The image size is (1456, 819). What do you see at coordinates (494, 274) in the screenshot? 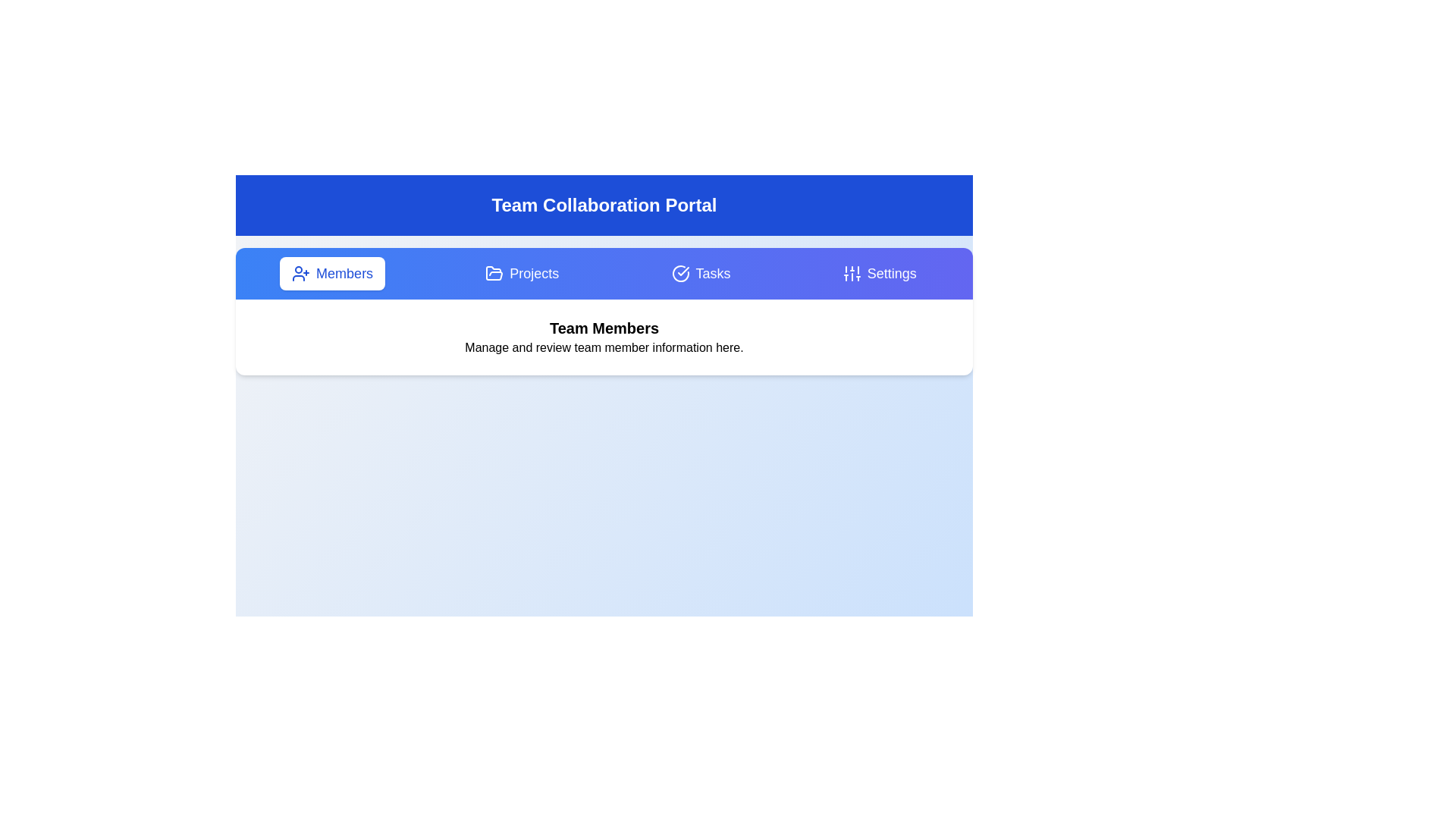
I see `the decorative icon representing the 'Projects' section located to the left of the text label 'Projects' in the main navigation toolbar` at bounding box center [494, 274].